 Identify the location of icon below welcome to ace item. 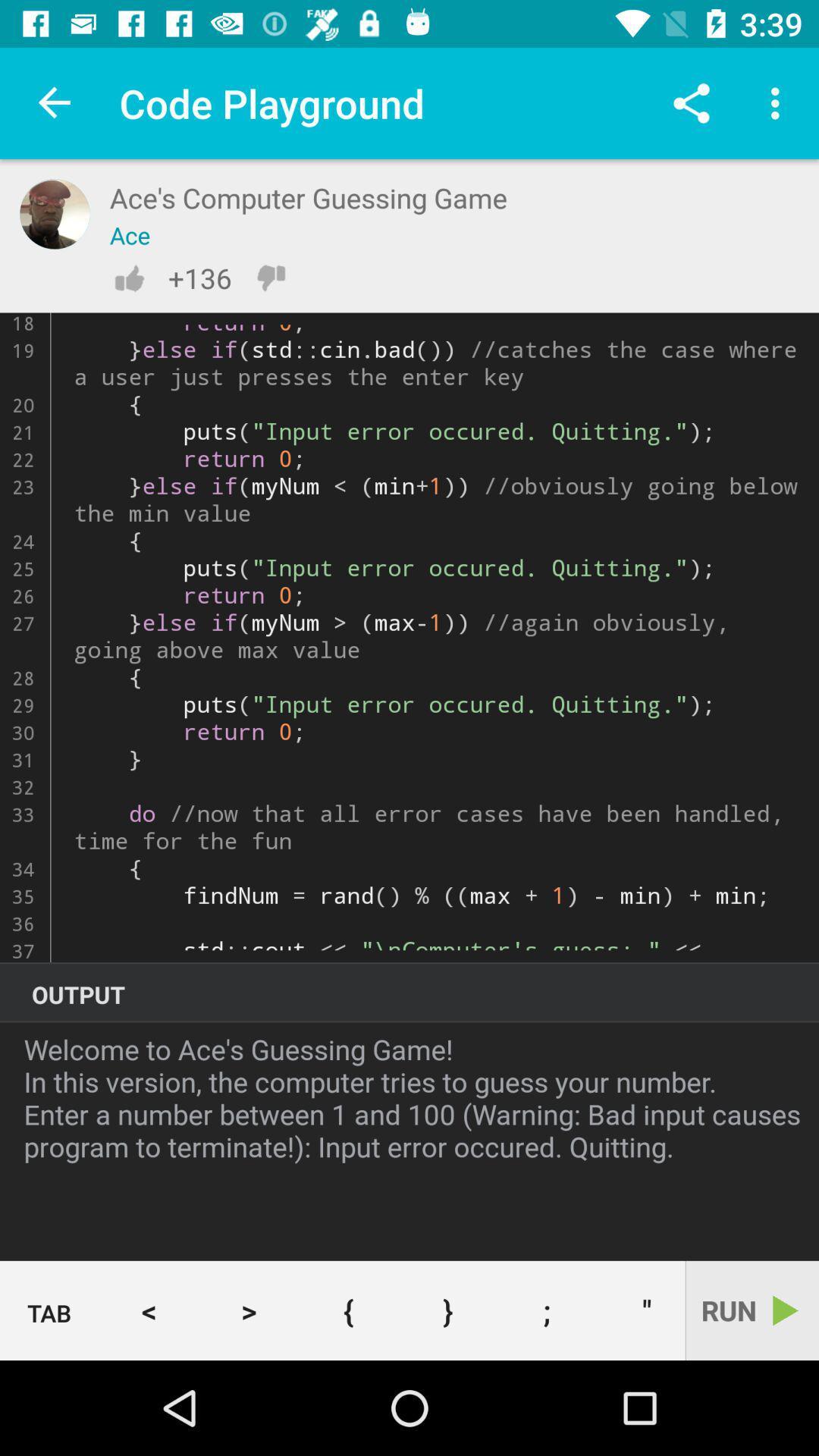
(49, 1310).